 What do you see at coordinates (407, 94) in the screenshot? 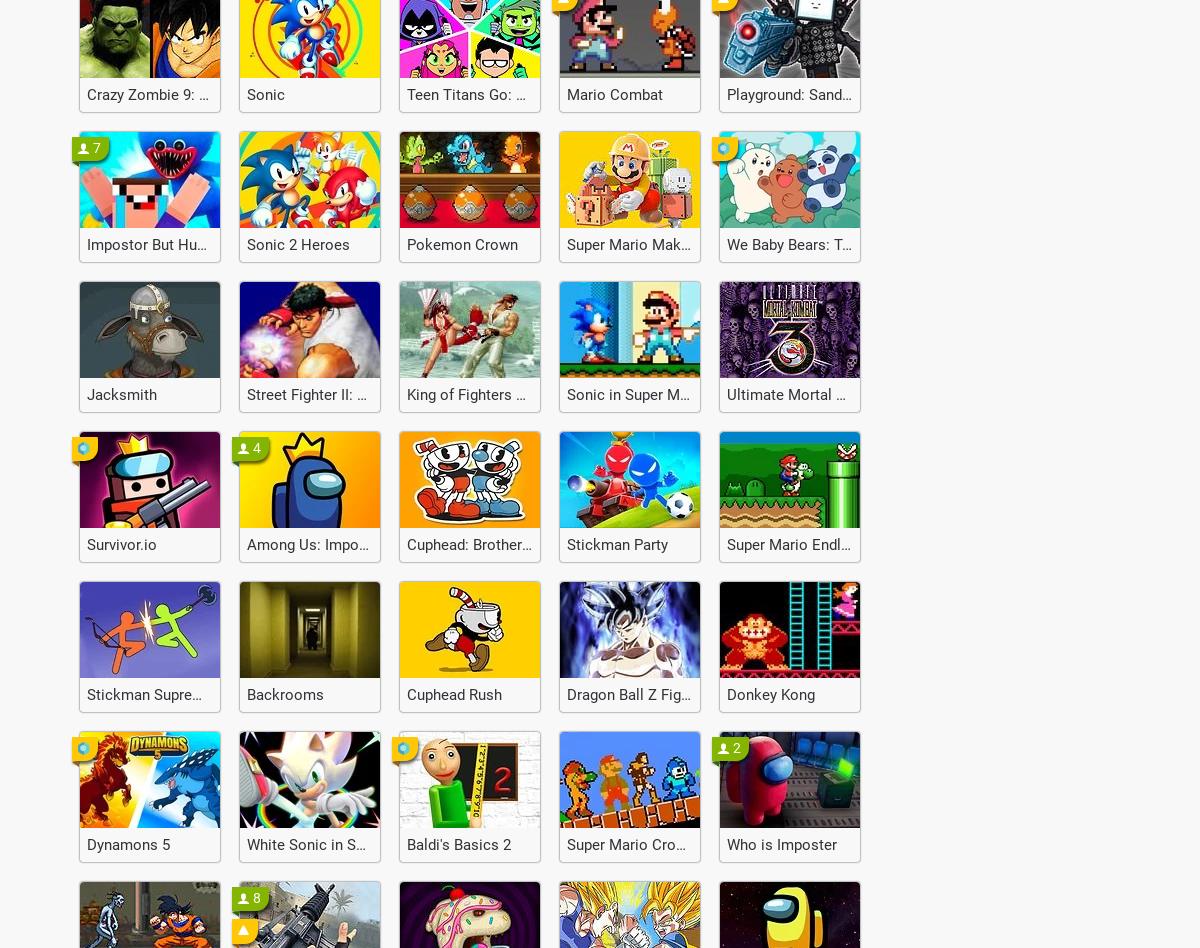
I see `'Teen Titans Go: Jump Jousts'` at bounding box center [407, 94].